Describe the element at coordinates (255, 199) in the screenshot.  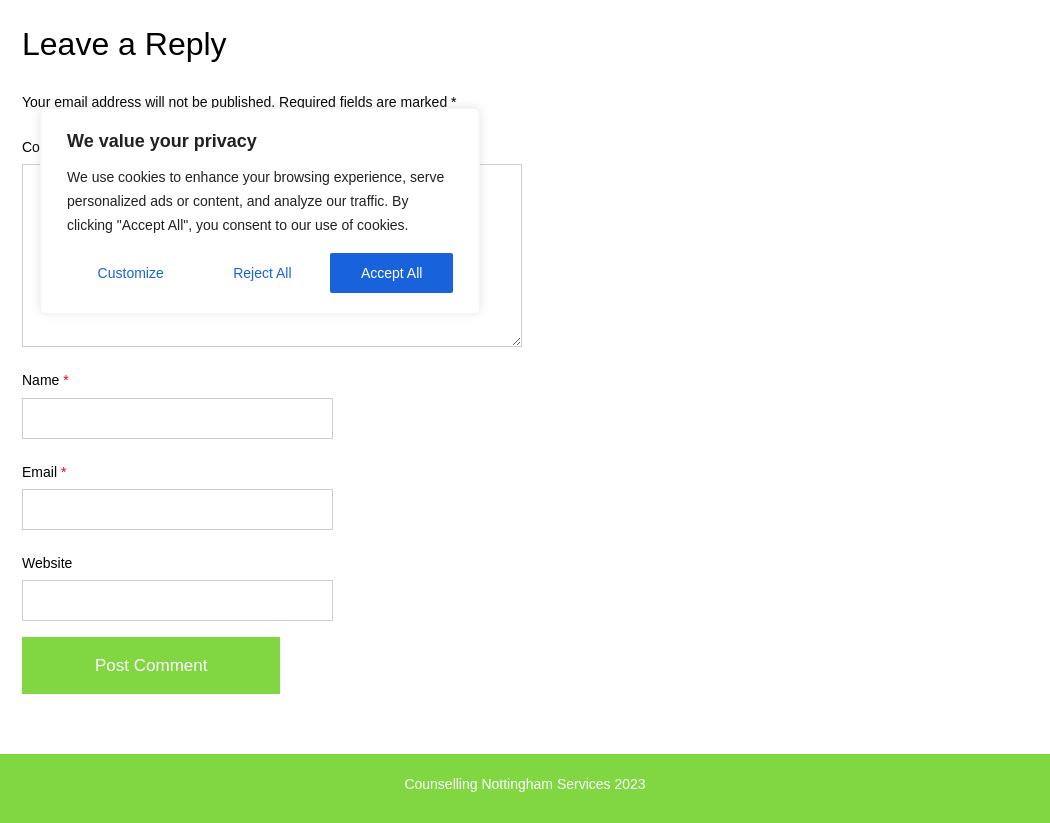
I see `'We use cookies to enhance your browsing experience, serve personalized ads or content, and analyze our traffic. By clicking "Accept All", you consent to our use of cookies.'` at that location.